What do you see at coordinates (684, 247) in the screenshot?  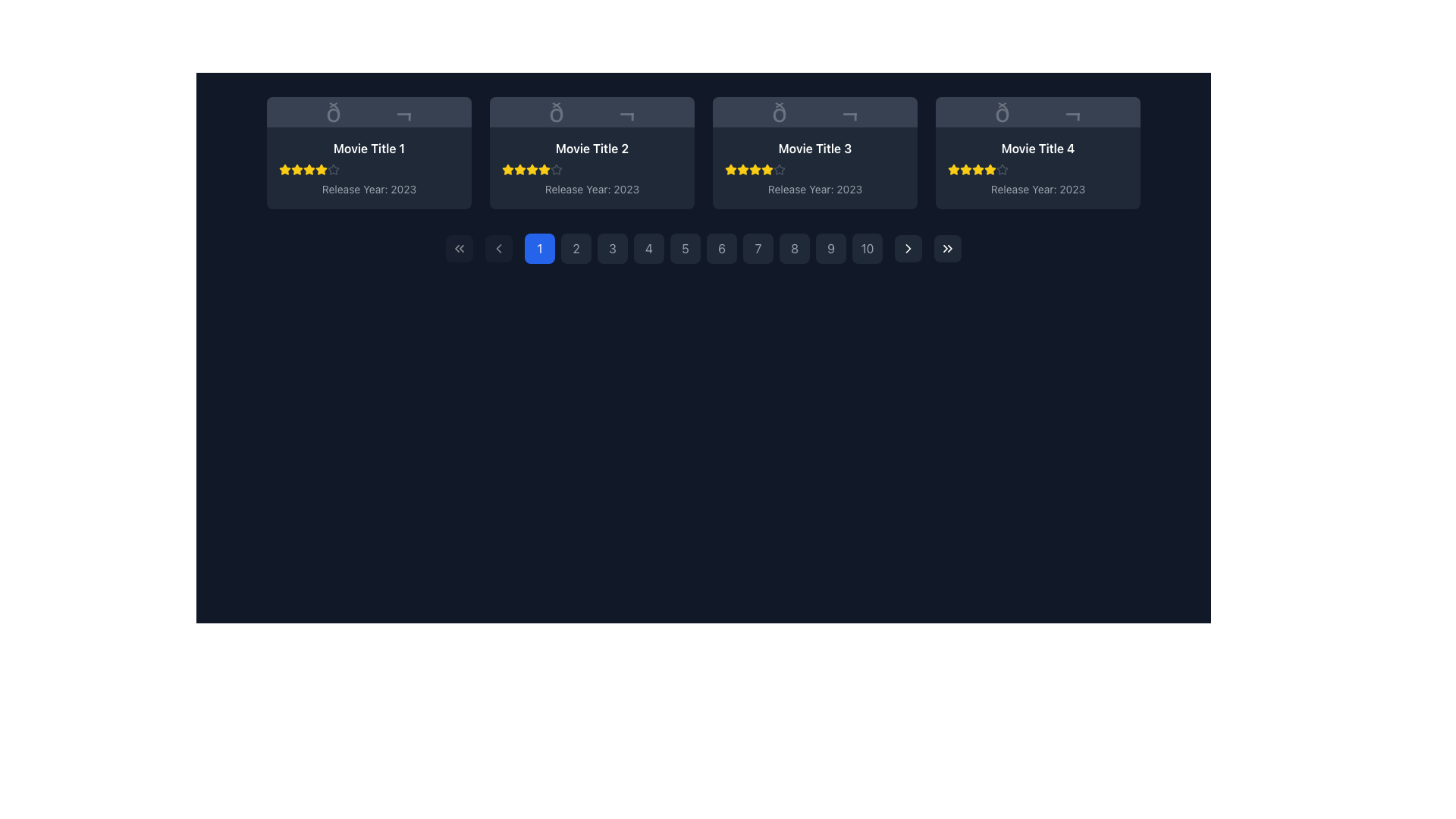 I see `the rounded square-shaped button with a dark gray background displaying the number '5'` at bounding box center [684, 247].